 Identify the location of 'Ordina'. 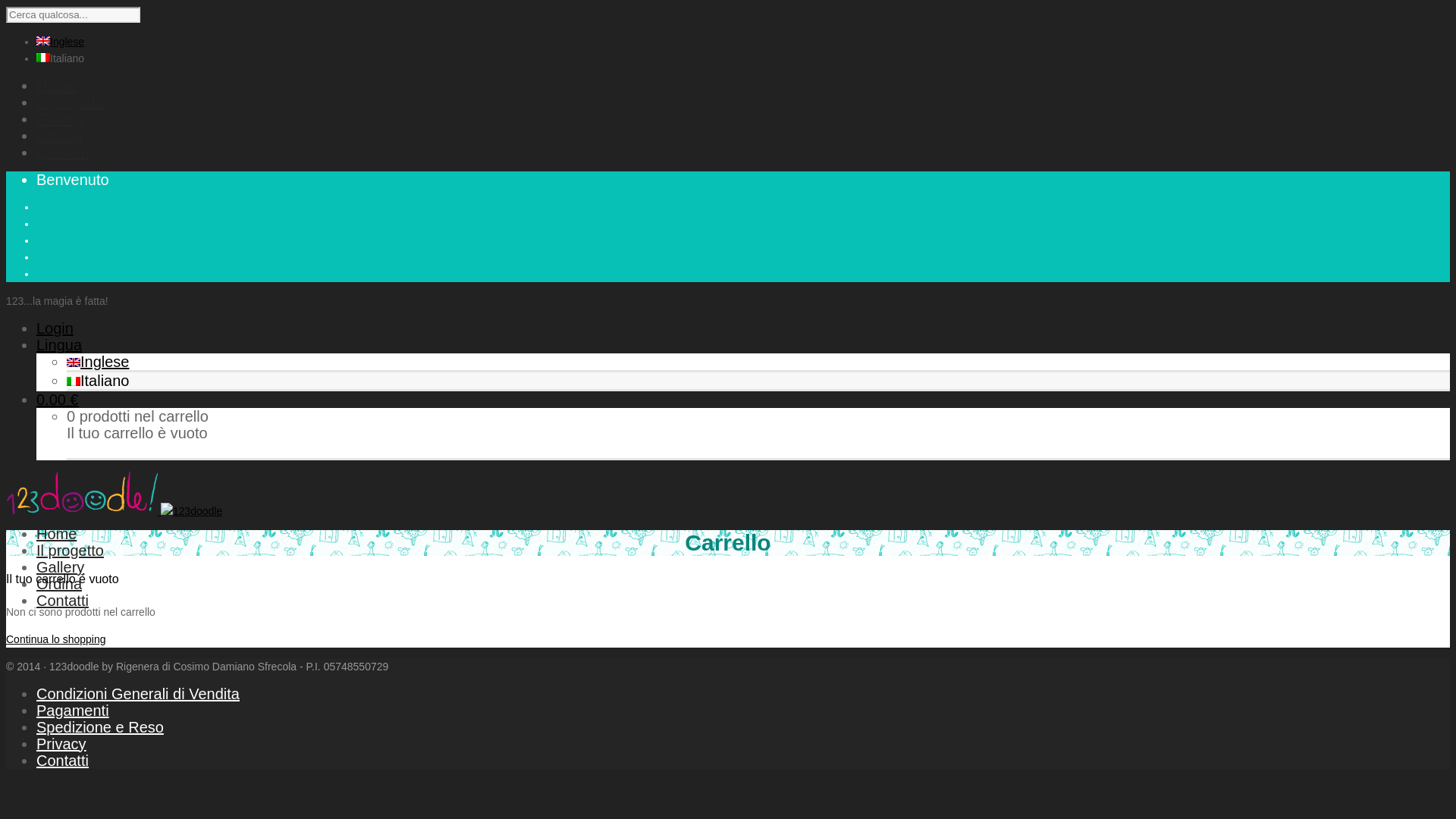
(58, 583).